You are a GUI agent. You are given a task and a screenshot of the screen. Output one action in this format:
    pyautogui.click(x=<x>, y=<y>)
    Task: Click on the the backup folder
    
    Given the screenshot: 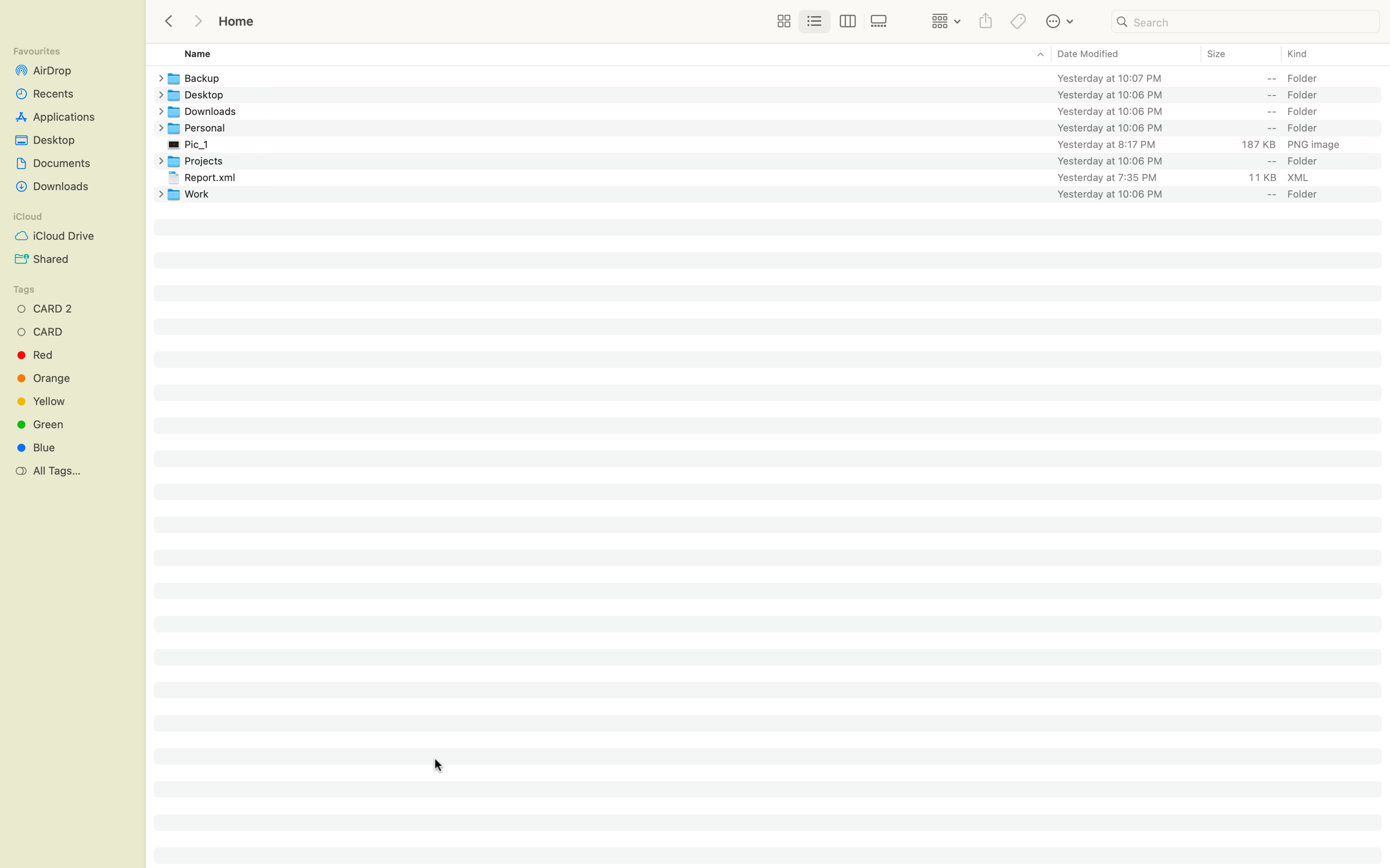 What is the action you would take?
    pyautogui.click(x=778, y=76)
    